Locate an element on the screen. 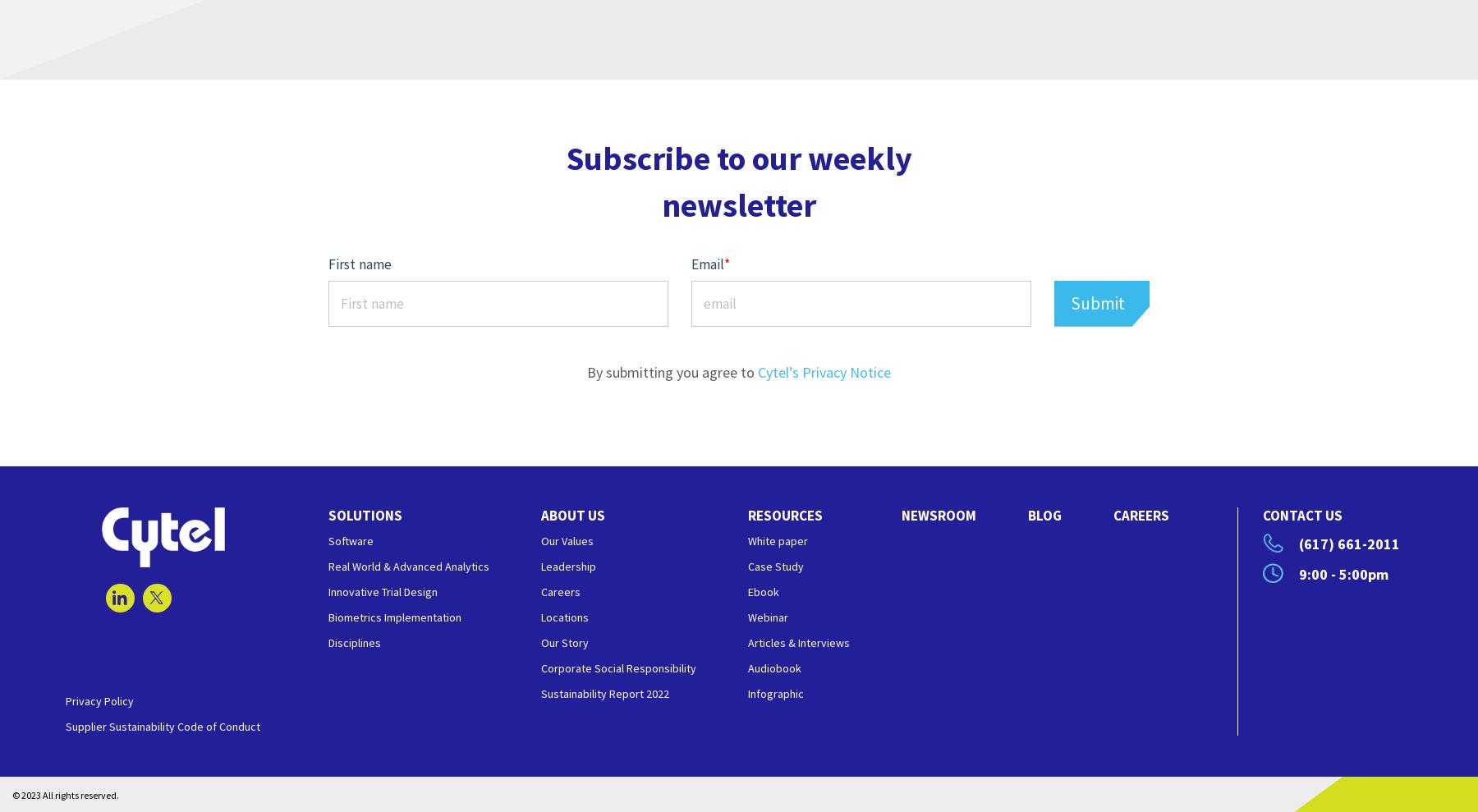 The width and height of the screenshot is (1478, 812). 'Infographic' is located at coordinates (746, 694).